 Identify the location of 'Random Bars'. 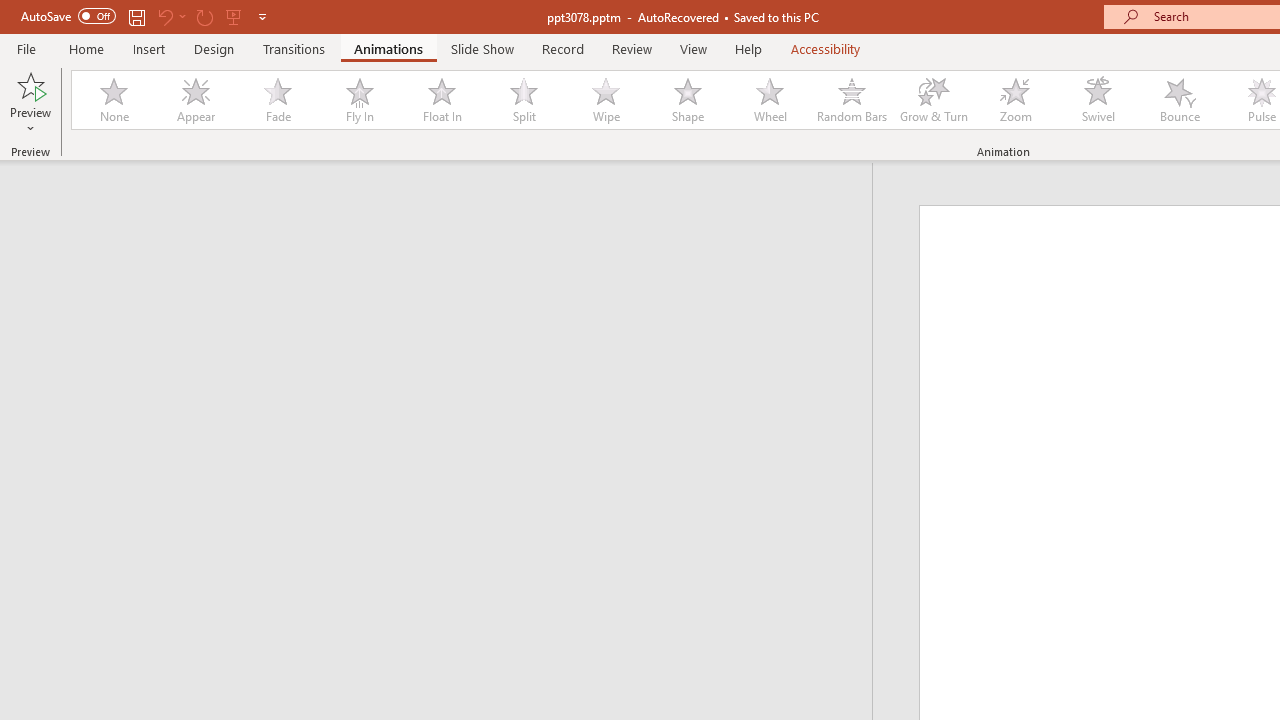
(852, 100).